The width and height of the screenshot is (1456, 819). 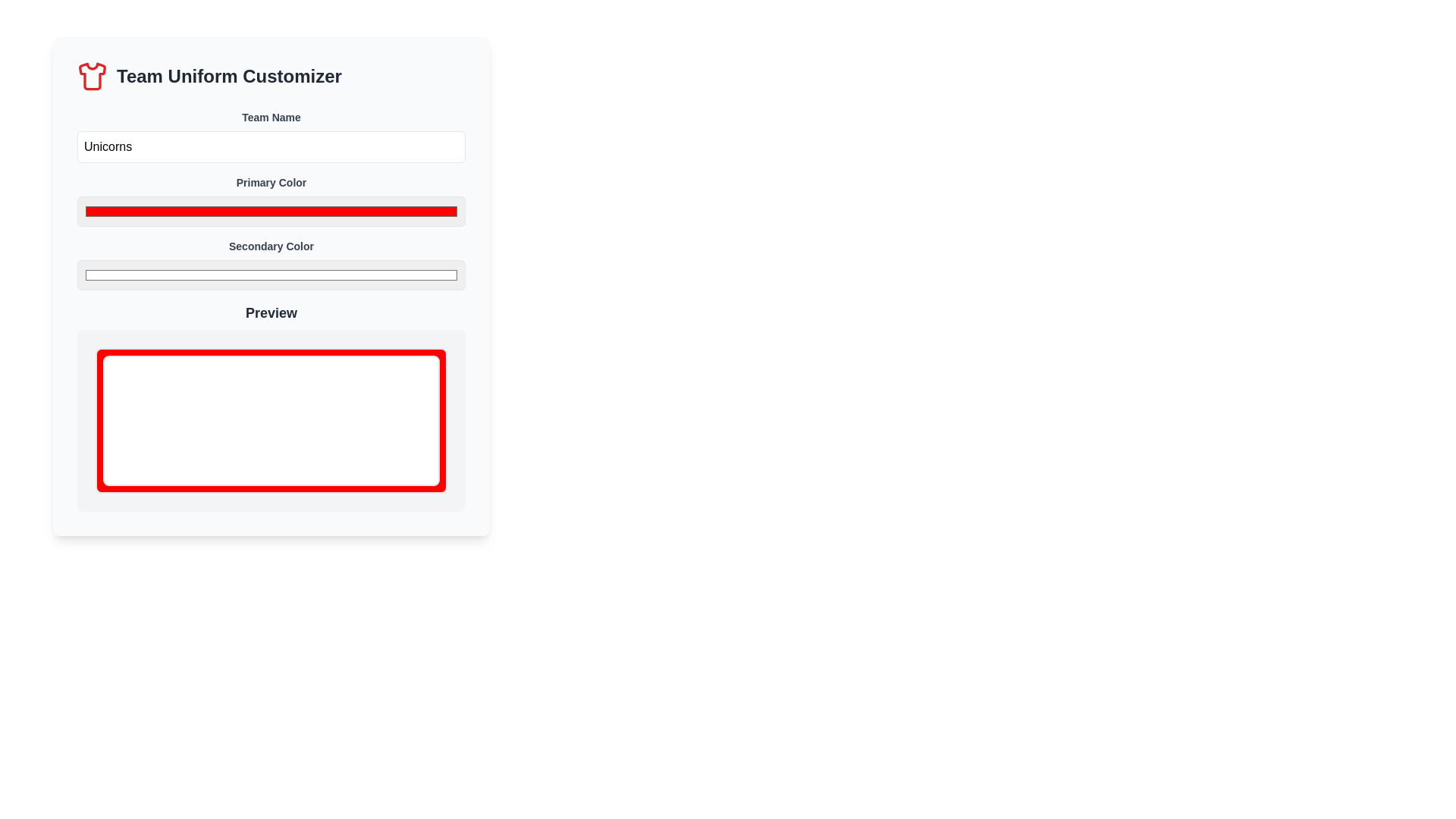 I want to click on the red-colored T-shirt icon located at the top-left corner of the interface, which is positioned immediately to the left of the heading 'Team Uniform Customizer', so click(x=91, y=76).